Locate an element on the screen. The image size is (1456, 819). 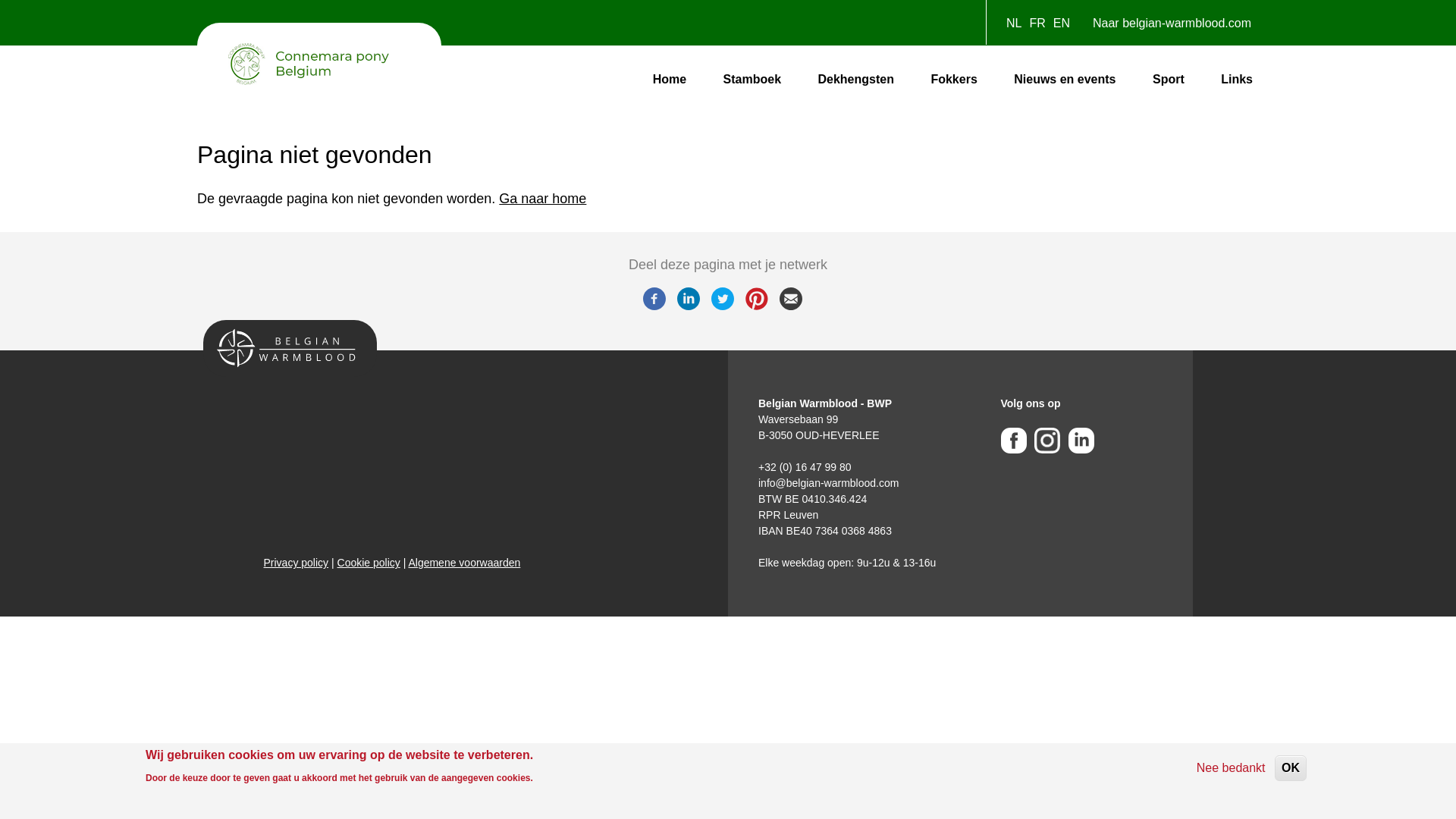
'Dekhengsten' is located at coordinates (855, 79).